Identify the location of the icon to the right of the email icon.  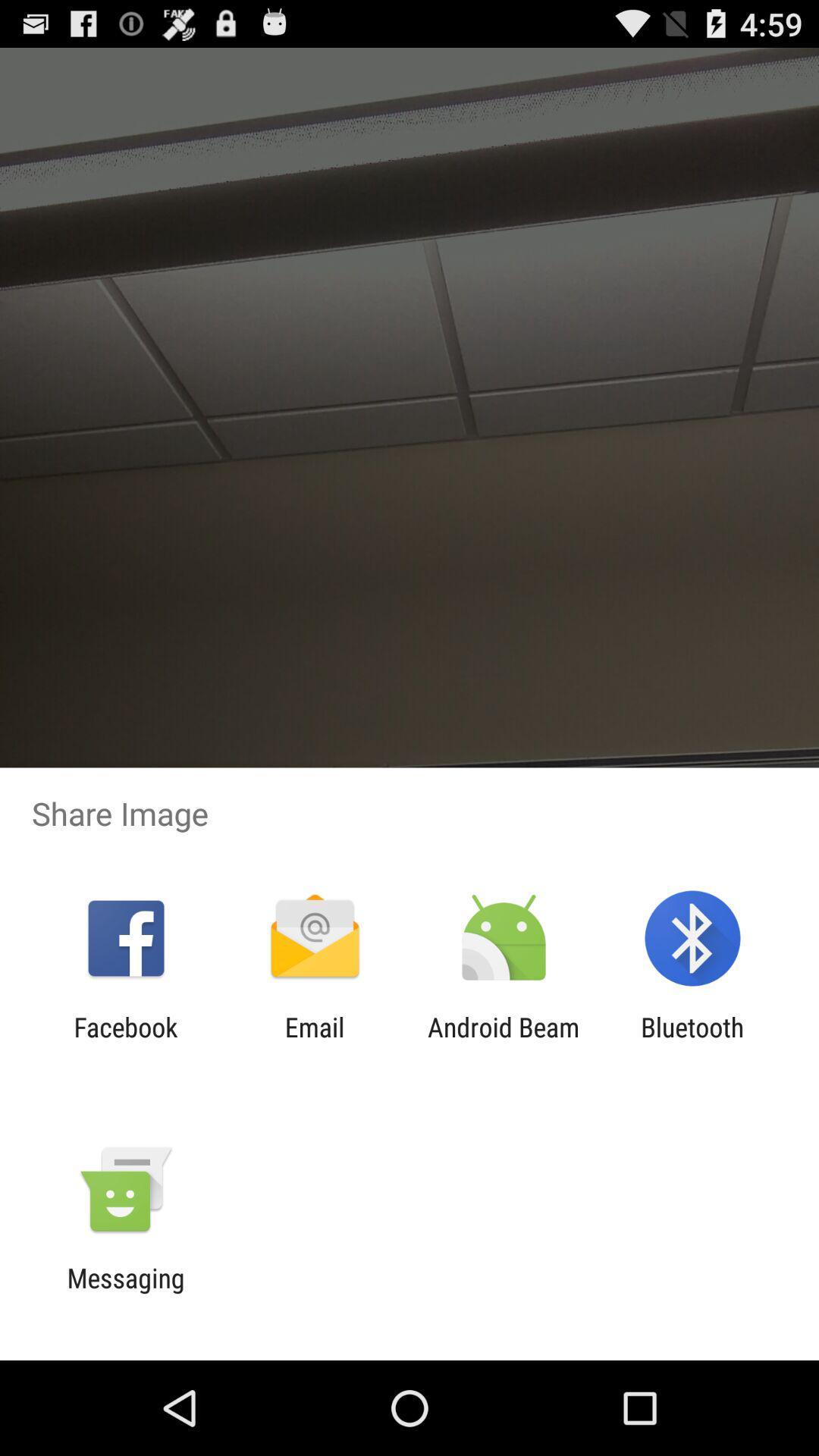
(504, 1042).